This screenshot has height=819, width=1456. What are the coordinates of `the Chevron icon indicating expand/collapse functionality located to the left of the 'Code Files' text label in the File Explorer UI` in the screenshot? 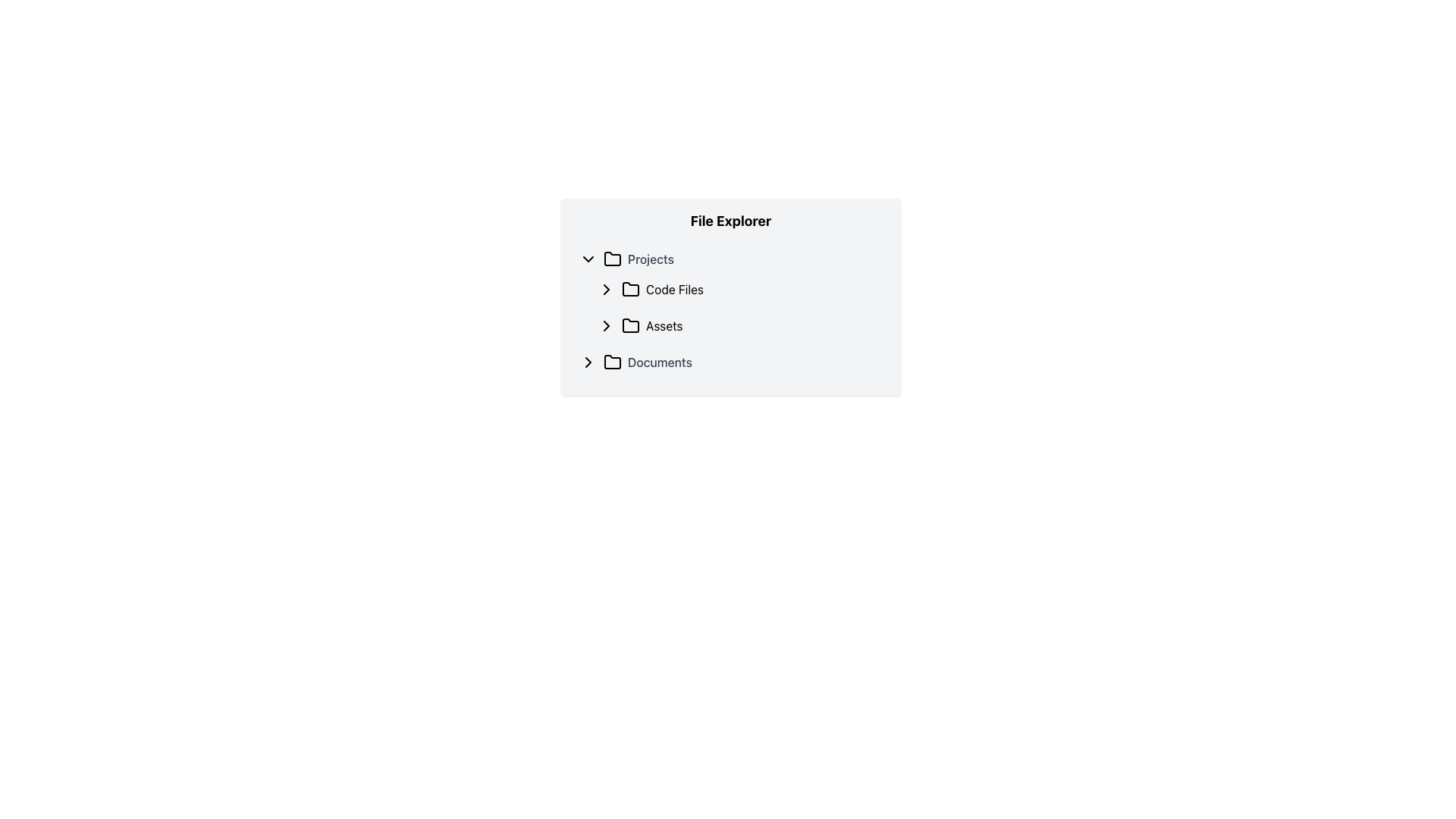 It's located at (588, 362).